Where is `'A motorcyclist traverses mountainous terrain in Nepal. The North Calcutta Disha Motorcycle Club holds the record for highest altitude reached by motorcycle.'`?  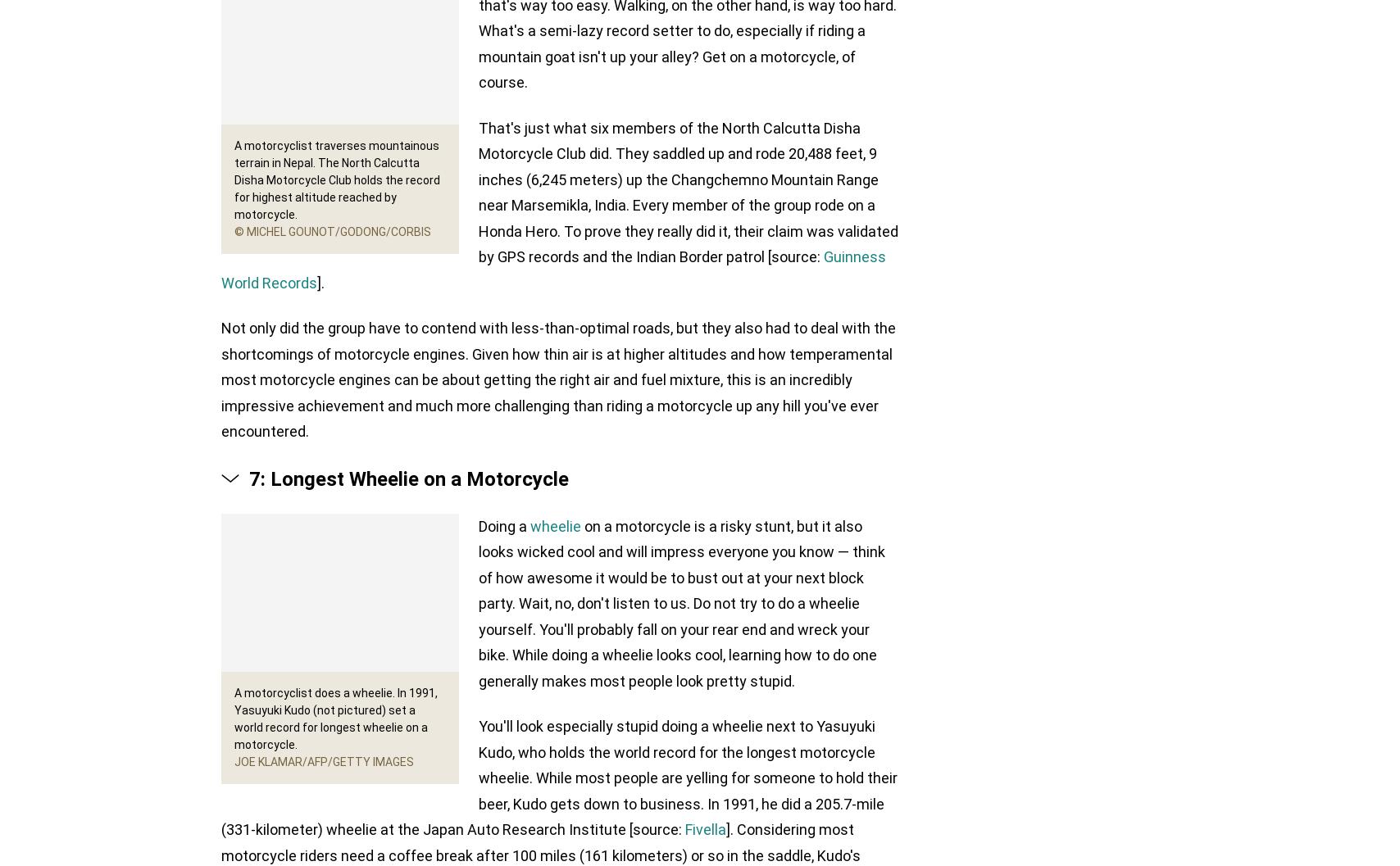
'A motorcyclist traverses mountainous terrain in Nepal. The North Calcutta Disha Motorcycle Club holds the record for highest altitude reached by motorcycle.' is located at coordinates (337, 179).